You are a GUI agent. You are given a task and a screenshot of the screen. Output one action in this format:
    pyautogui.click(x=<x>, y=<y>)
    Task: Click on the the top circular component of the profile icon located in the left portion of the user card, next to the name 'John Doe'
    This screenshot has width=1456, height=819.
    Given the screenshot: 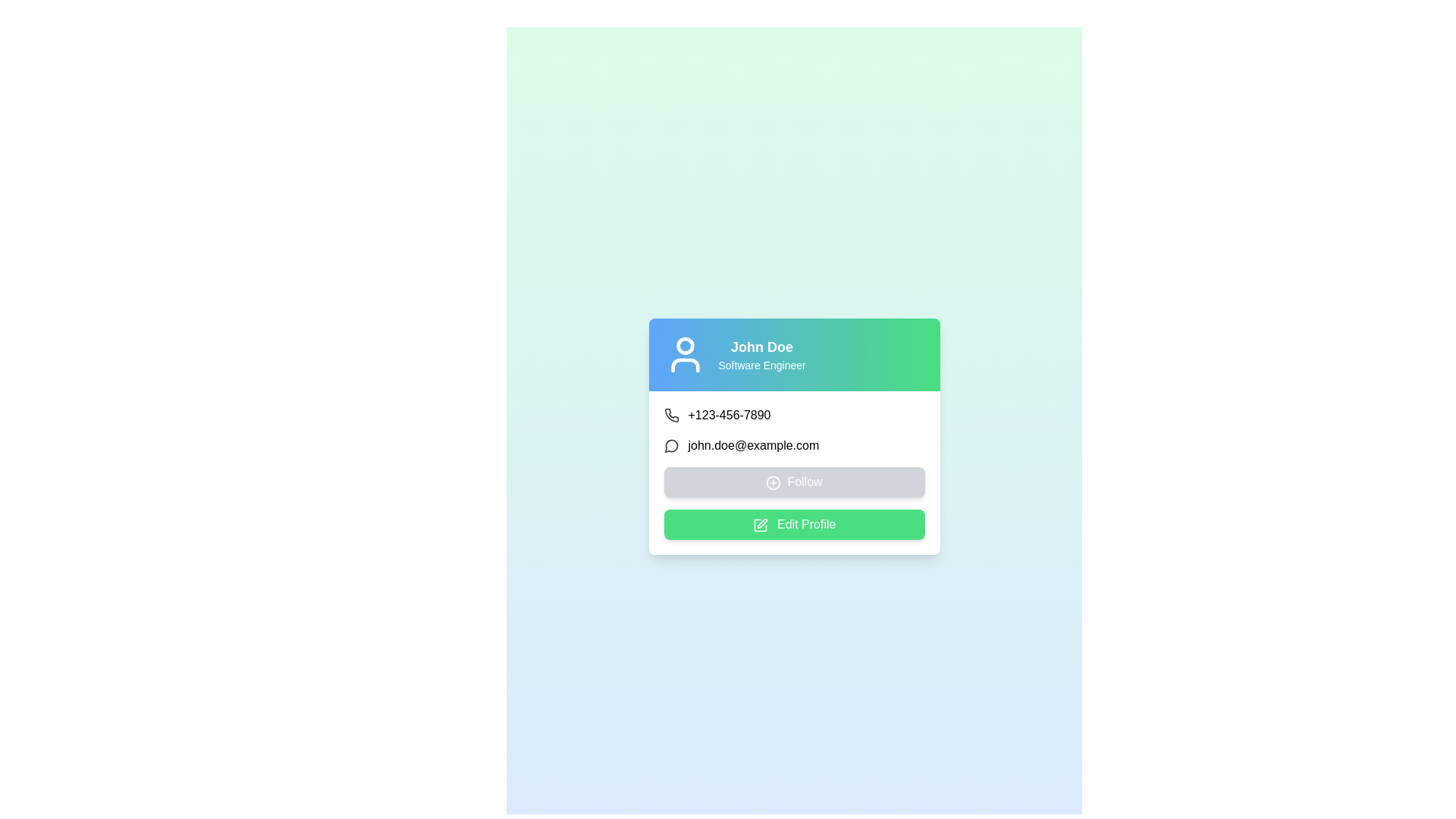 What is the action you would take?
    pyautogui.click(x=684, y=346)
    